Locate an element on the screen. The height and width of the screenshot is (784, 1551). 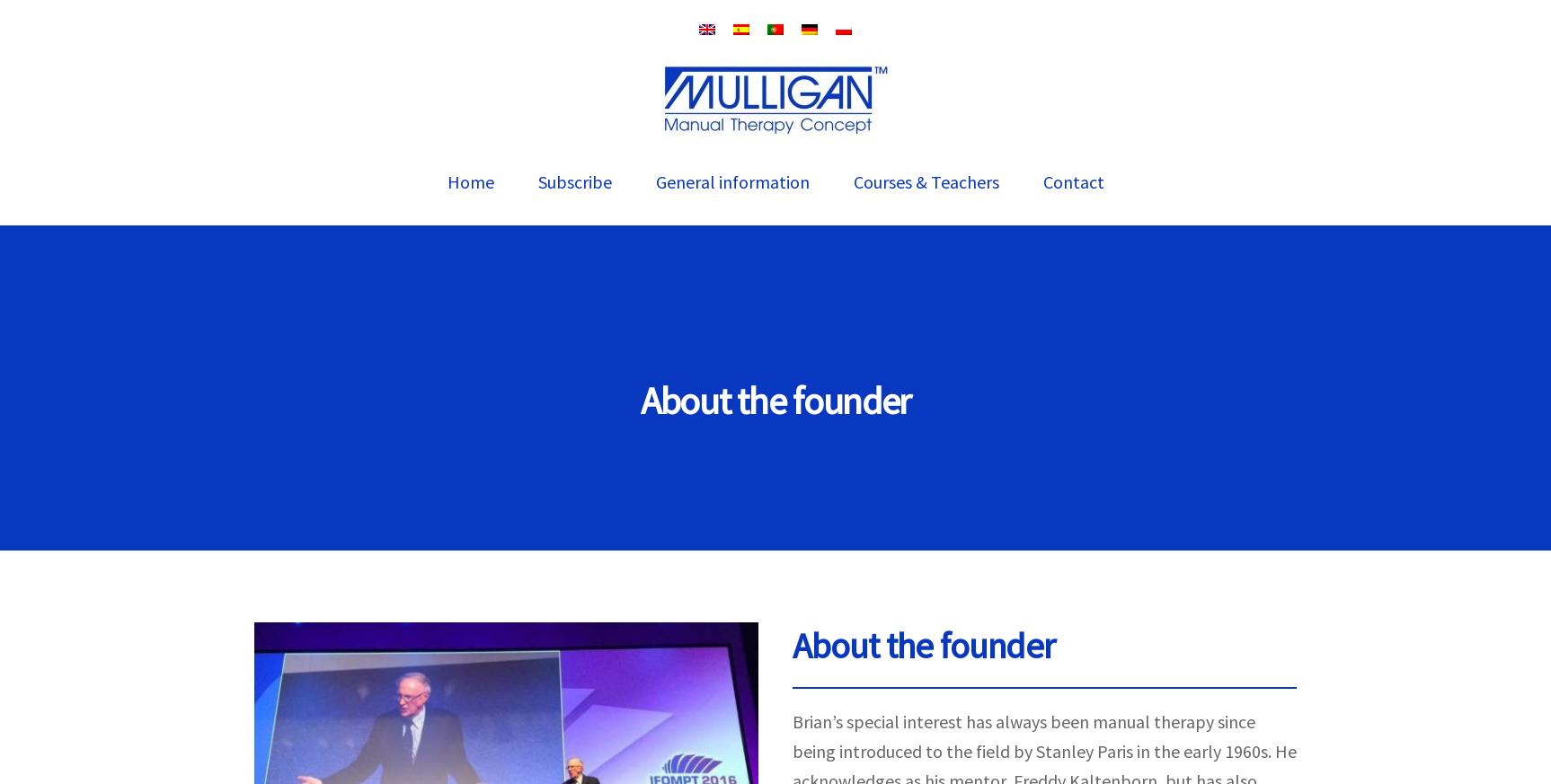
'Brian’s favorite quote has always been Louis Pasteur’s; “In the field of discovery chance only favours the prepared mind”' is located at coordinates (1041, 26).